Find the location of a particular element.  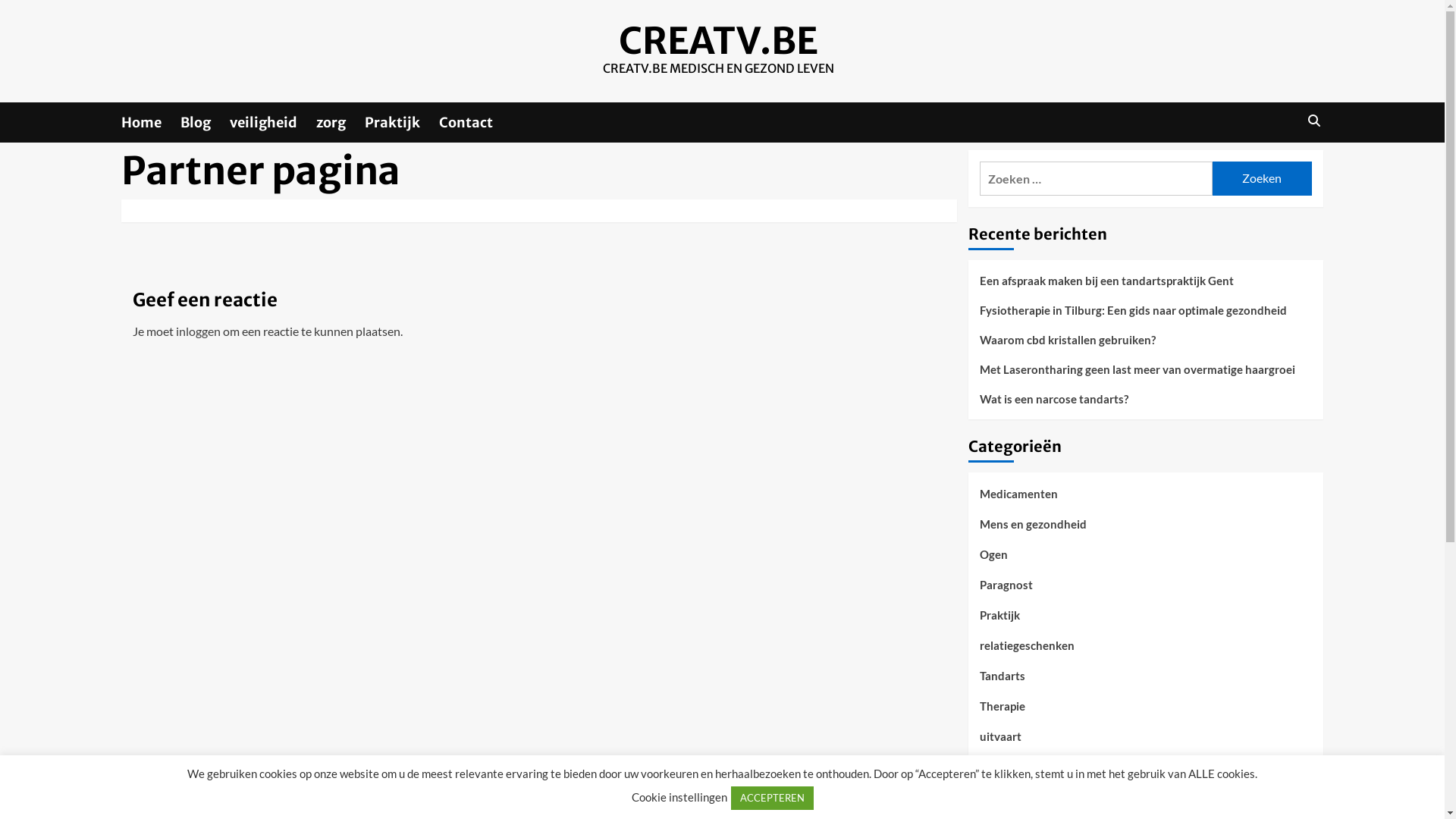

'Ogen' is located at coordinates (993, 560).